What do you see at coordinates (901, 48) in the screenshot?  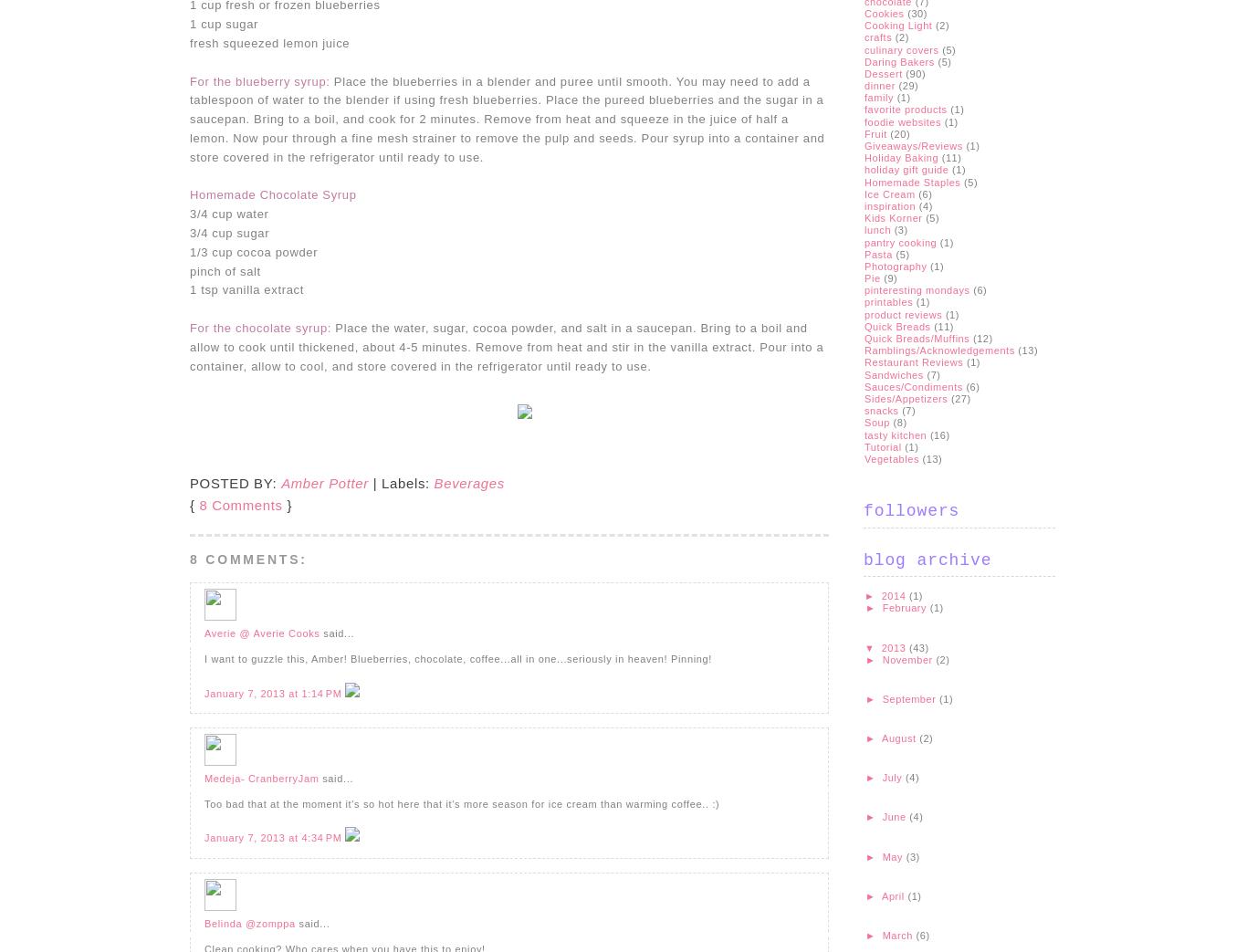 I see `'culinary covers'` at bounding box center [901, 48].